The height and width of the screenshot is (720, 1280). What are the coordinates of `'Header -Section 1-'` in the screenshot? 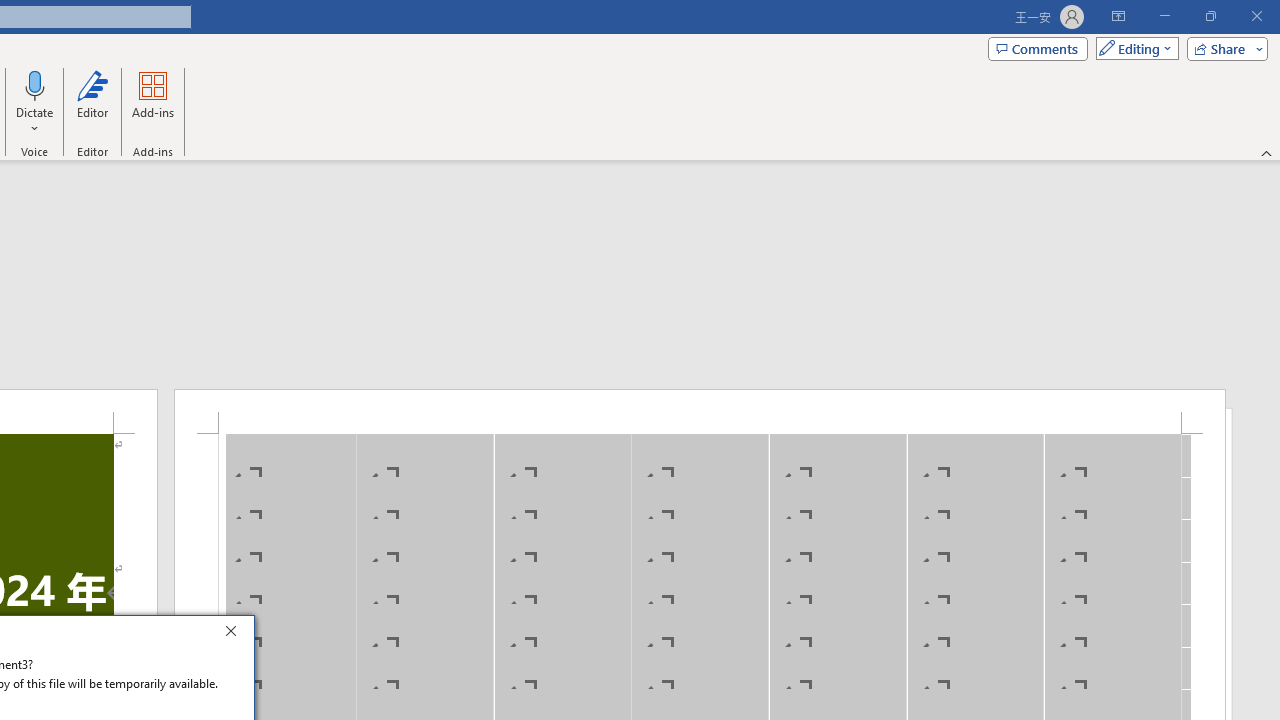 It's located at (700, 410).